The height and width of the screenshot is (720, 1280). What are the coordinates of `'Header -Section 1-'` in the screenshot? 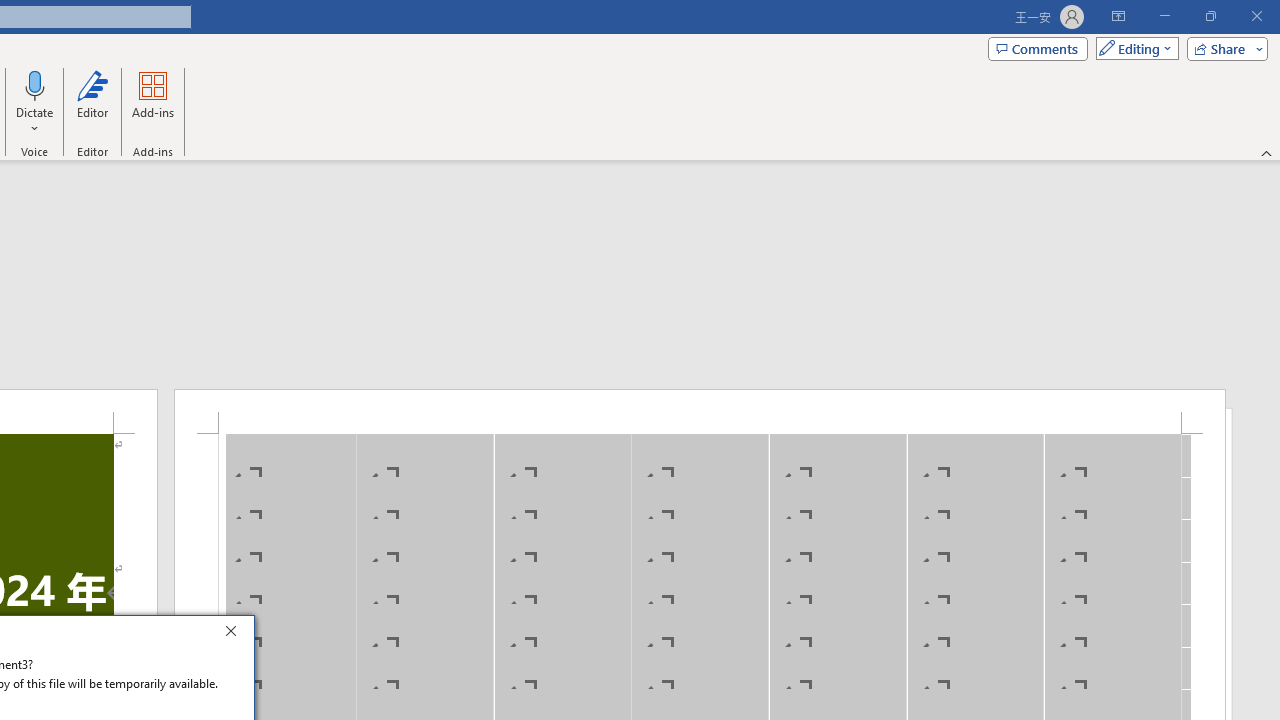 It's located at (700, 410).